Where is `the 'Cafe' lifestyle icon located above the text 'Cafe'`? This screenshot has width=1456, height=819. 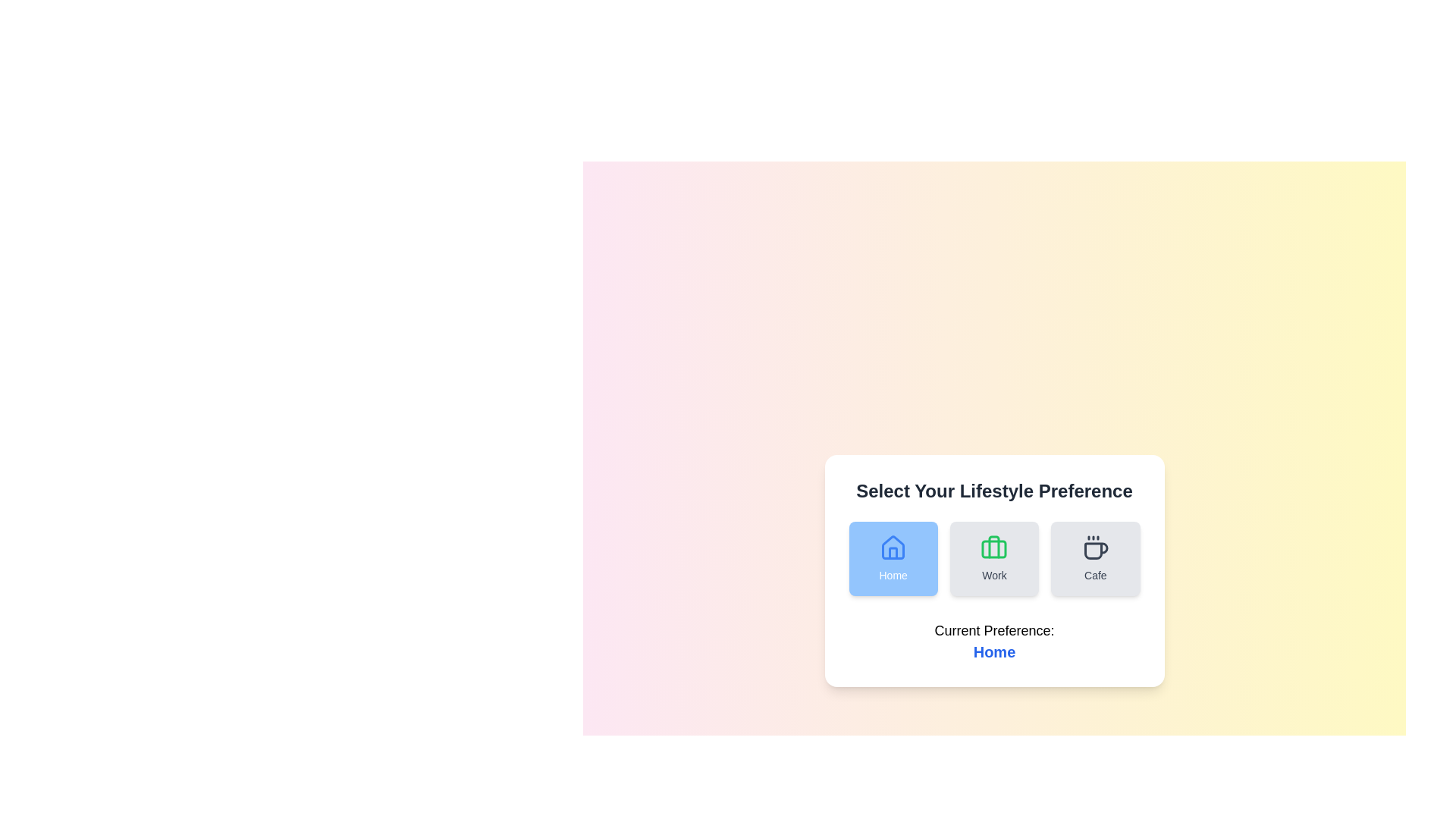
the 'Cafe' lifestyle icon located above the text 'Cafe' is located at coordinates (1095, 548).